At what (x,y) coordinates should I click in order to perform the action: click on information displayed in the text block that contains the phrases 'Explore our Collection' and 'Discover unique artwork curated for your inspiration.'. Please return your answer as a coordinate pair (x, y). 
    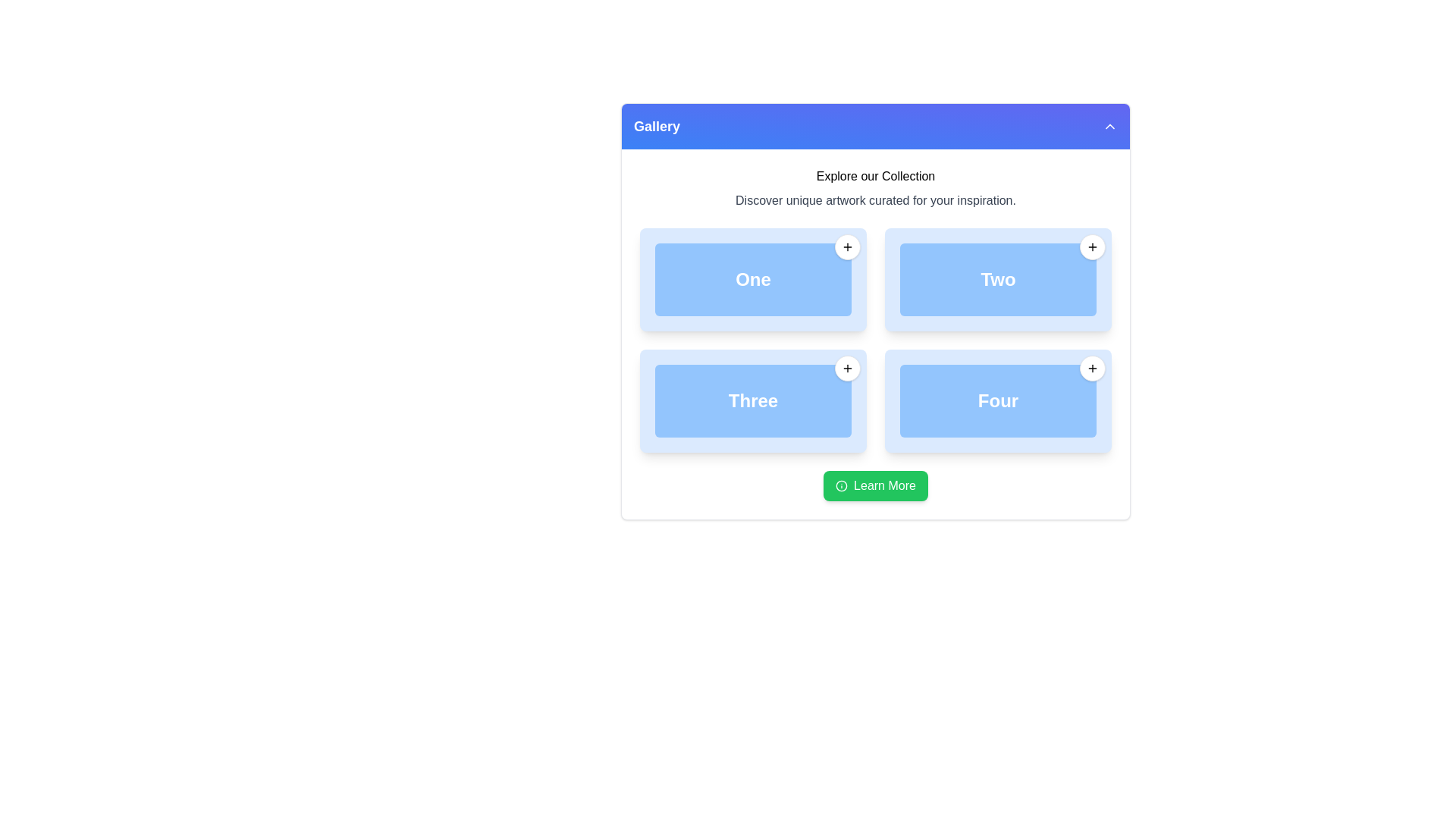
    Looking at the image, I should click on (876, 188).